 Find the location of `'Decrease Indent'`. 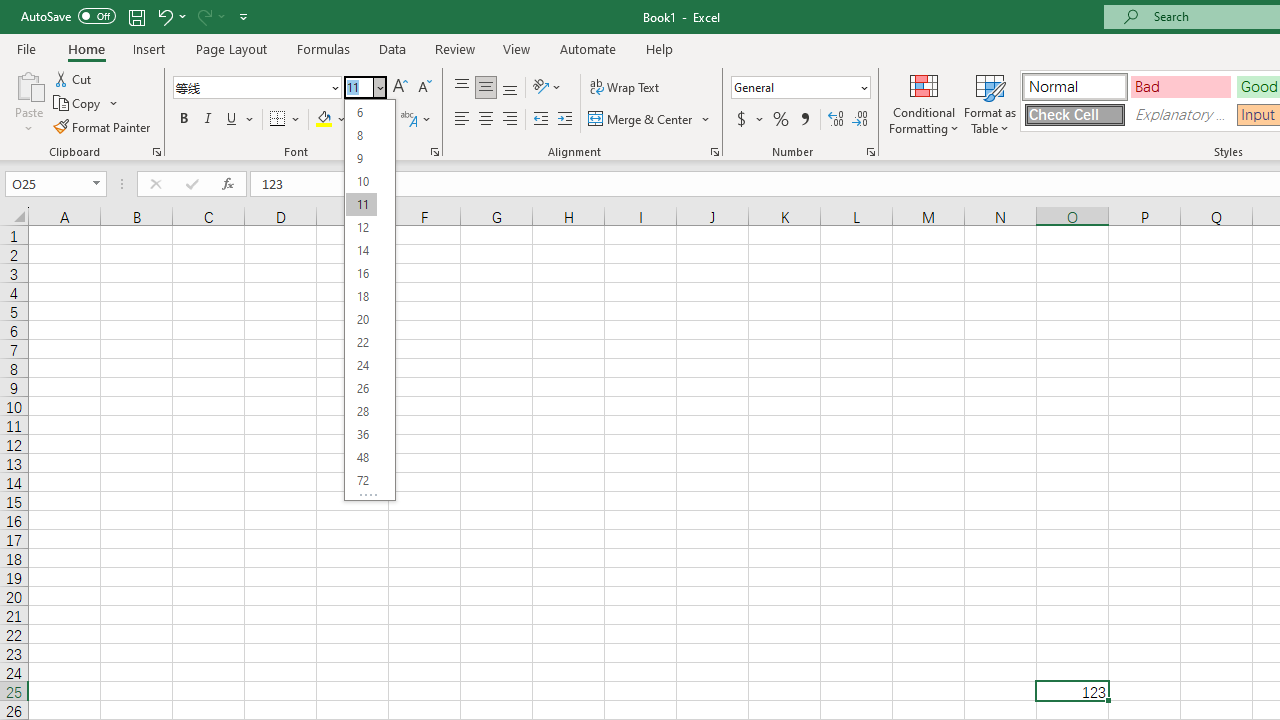

'Decrease Indent' is located at coordinates (540, 119).